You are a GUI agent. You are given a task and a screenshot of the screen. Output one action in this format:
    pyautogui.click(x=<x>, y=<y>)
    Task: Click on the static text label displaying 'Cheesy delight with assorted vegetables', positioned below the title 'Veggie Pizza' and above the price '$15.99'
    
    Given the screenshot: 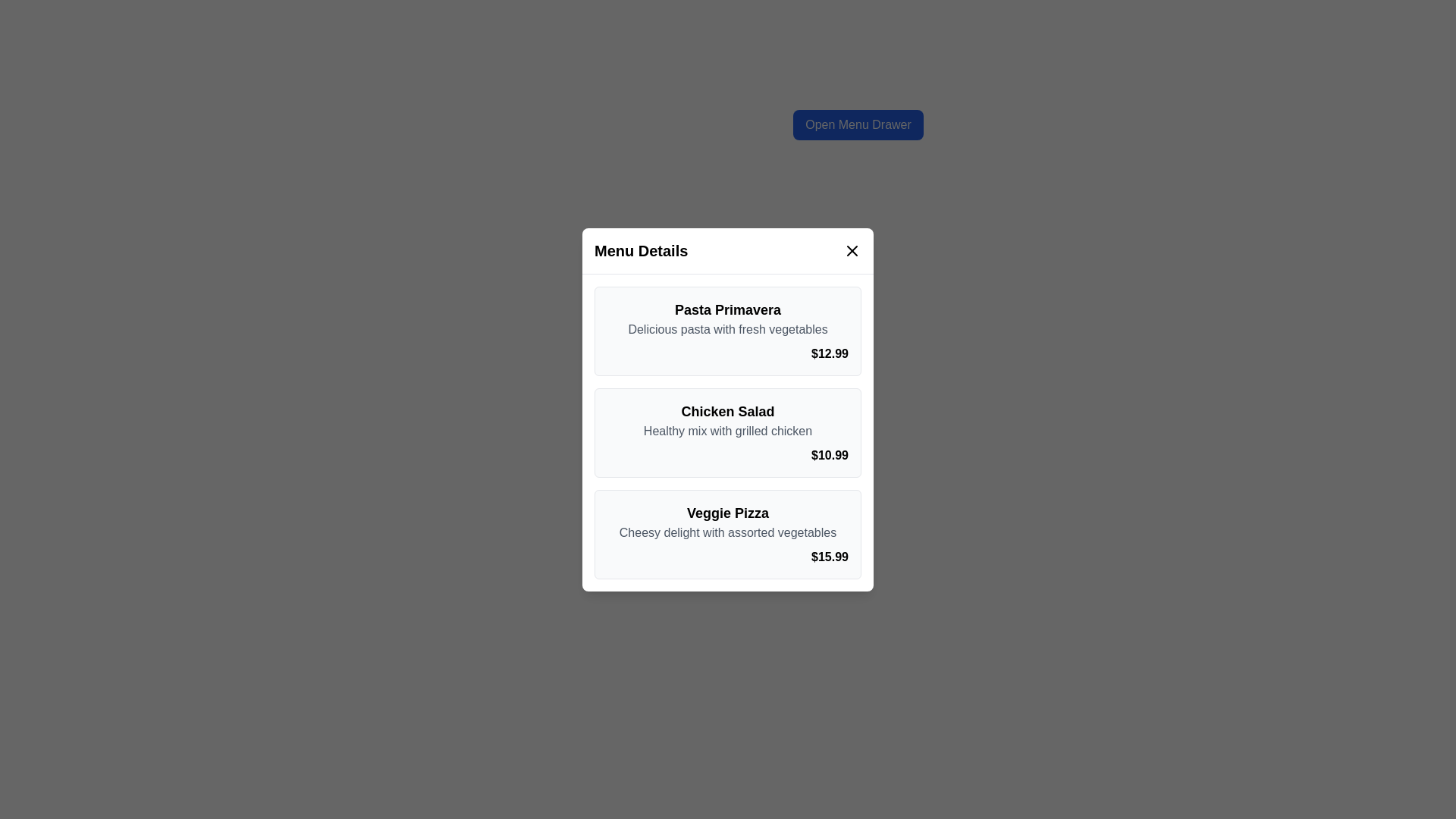 What is the action you would take?
    pyautogui.click(x=728, y=532)
    